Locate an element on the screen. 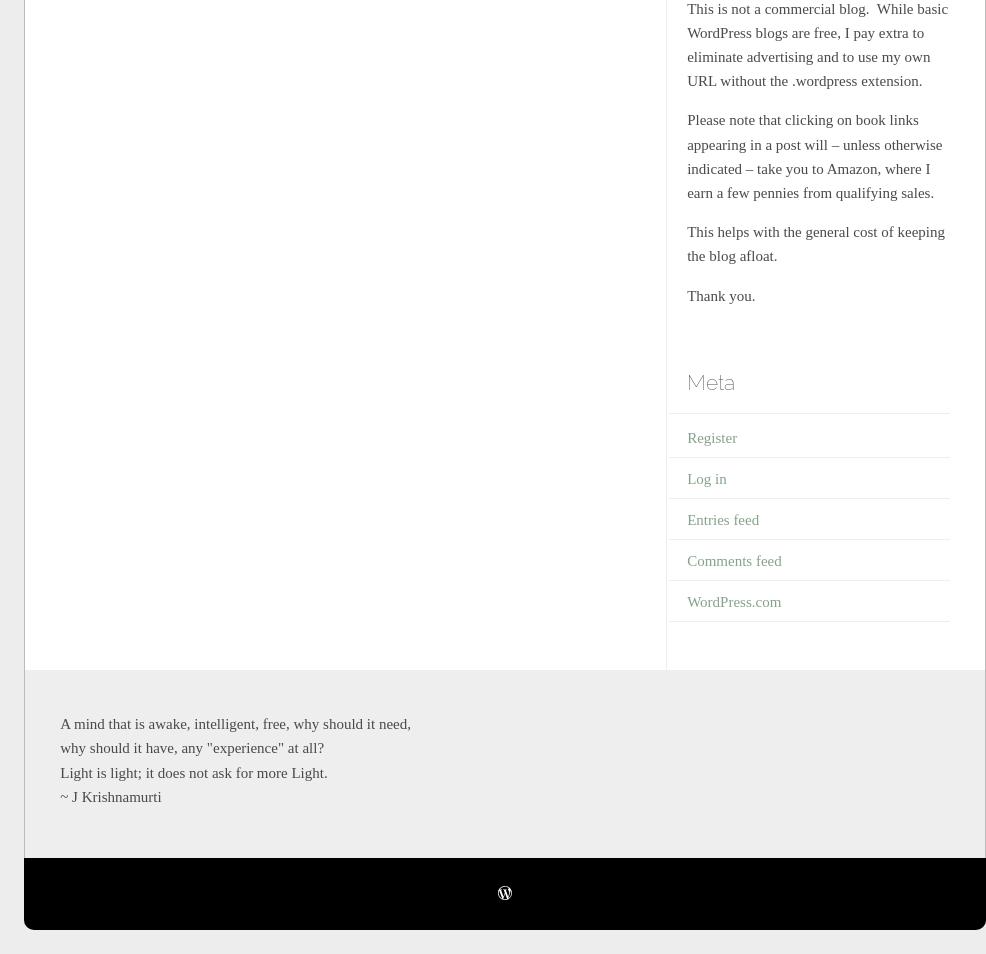 The image size is (986, 954). 'why should it have, any "experience" at all?' is located at coordinates (190, 748).